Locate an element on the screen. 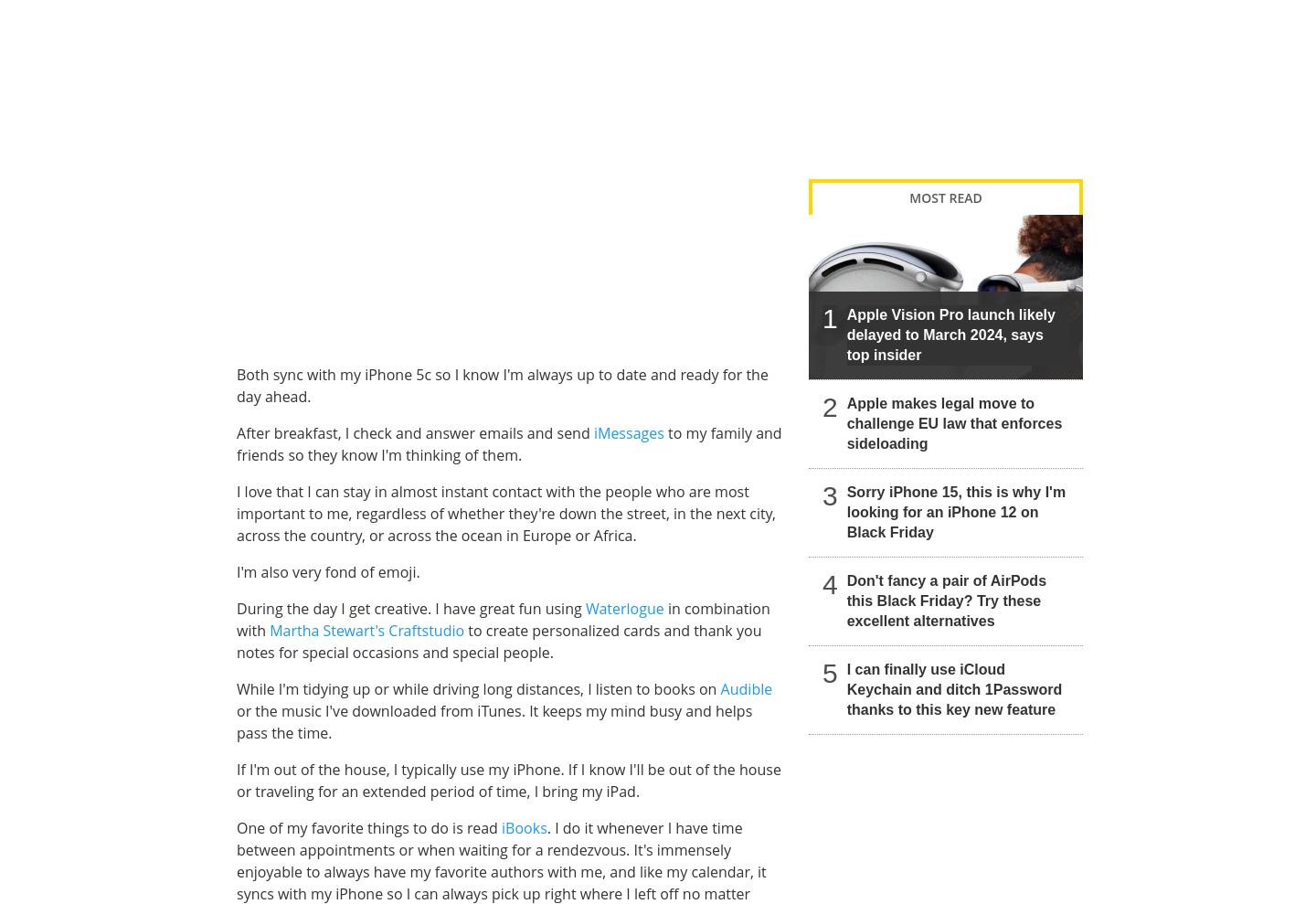 The height and width of the screenshot is (904, 1316). '1' is located at coordinates (830, 316).